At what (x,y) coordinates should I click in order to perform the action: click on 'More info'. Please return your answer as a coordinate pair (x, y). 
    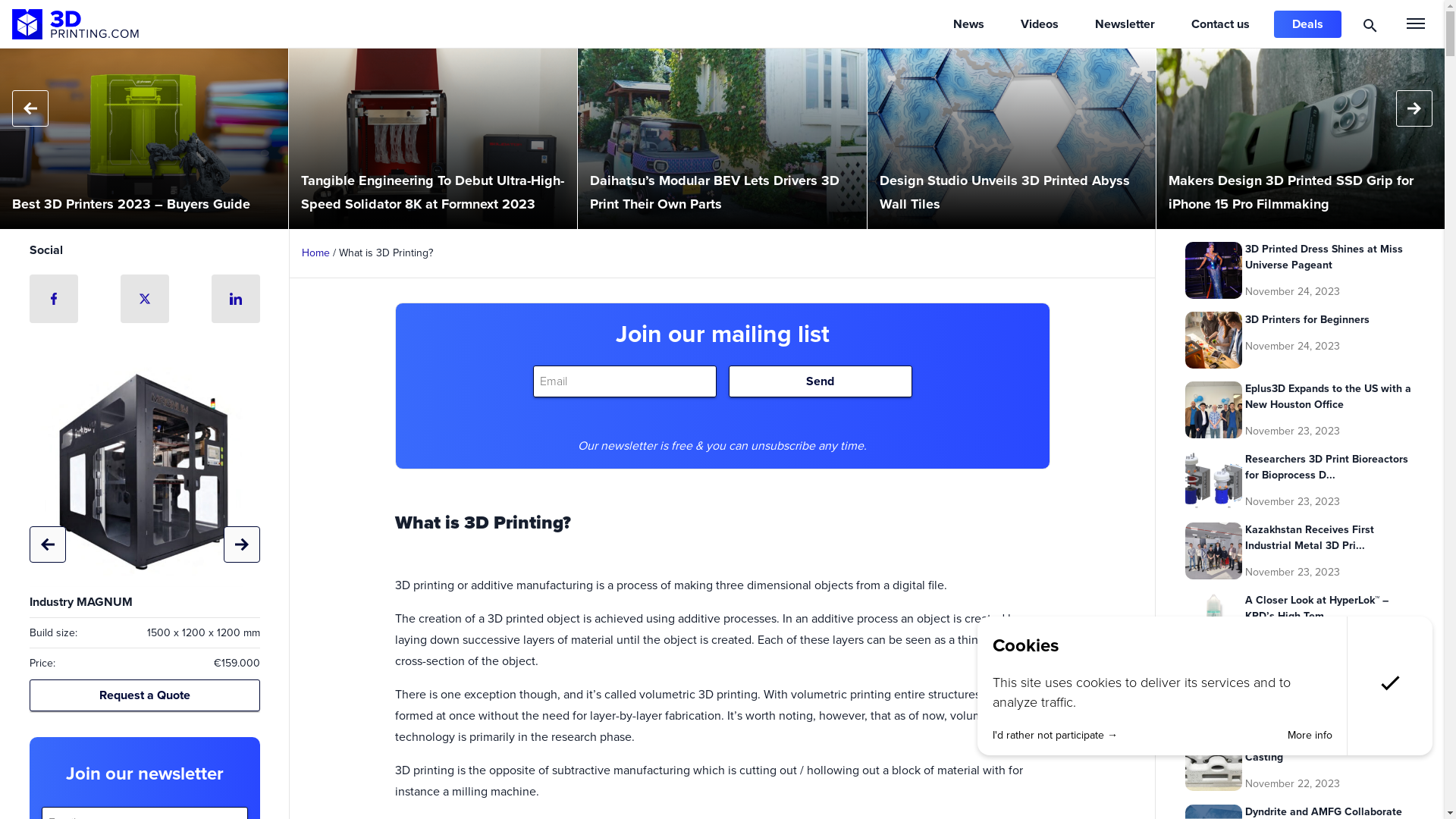
    Looking at the image, I should click on (1309, 734).